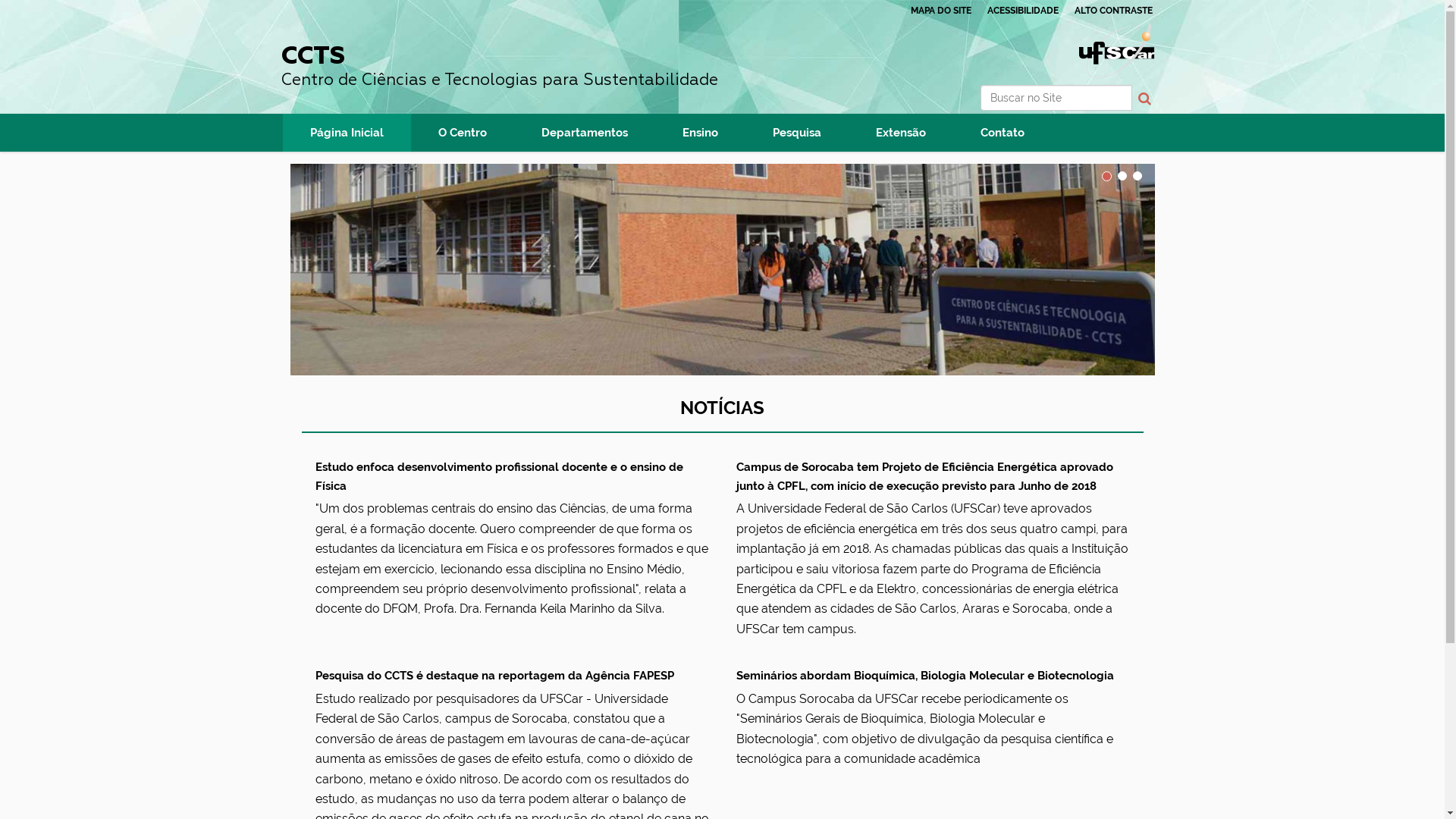  What do you see at coordinates (745, 131) in the screenshot?
I see `'Pesquisa'` at bounding box center [745, 131].